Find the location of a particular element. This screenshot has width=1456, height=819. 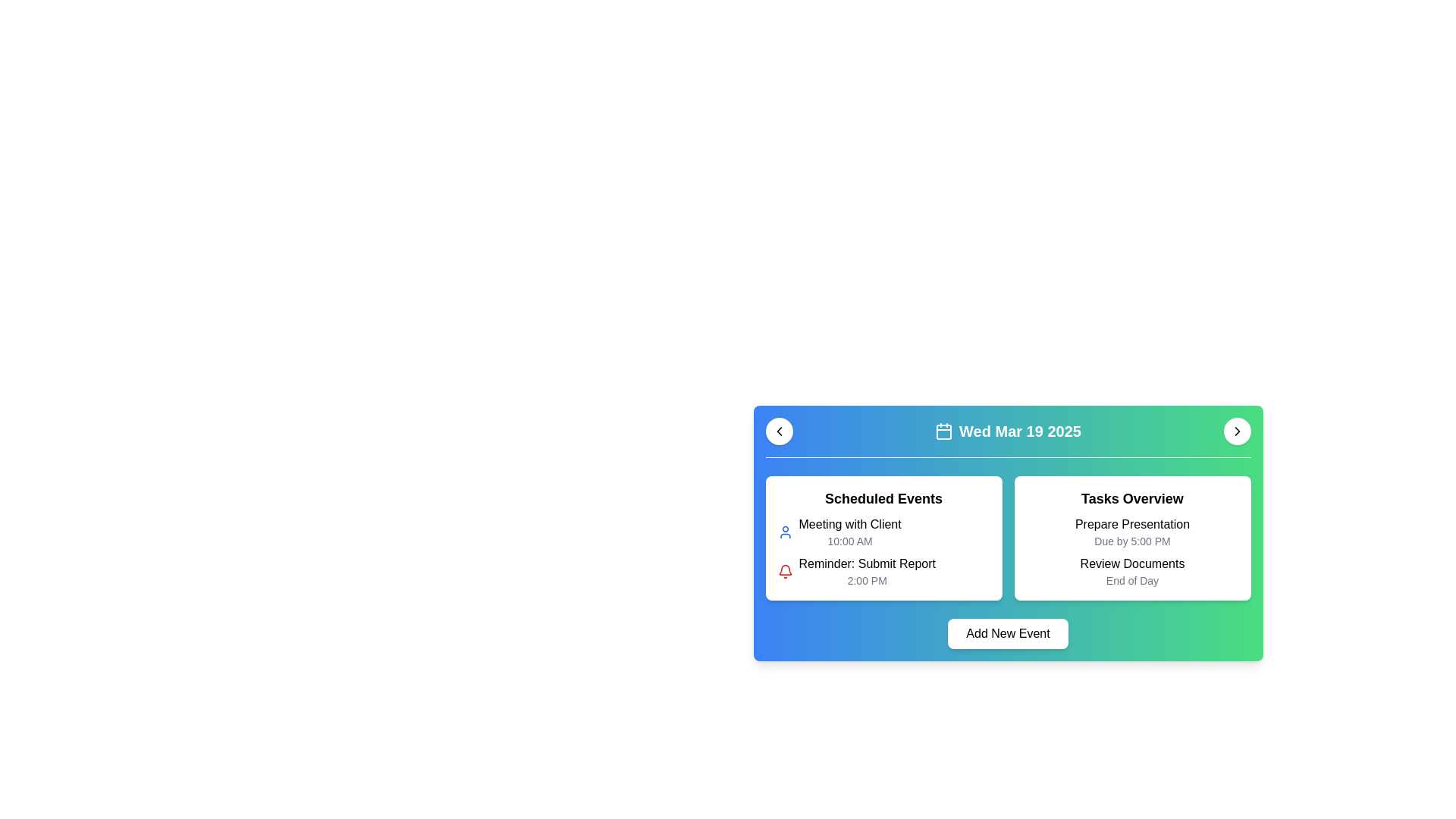

the 'Add New Event' button is located at coordinates (1008, 634).